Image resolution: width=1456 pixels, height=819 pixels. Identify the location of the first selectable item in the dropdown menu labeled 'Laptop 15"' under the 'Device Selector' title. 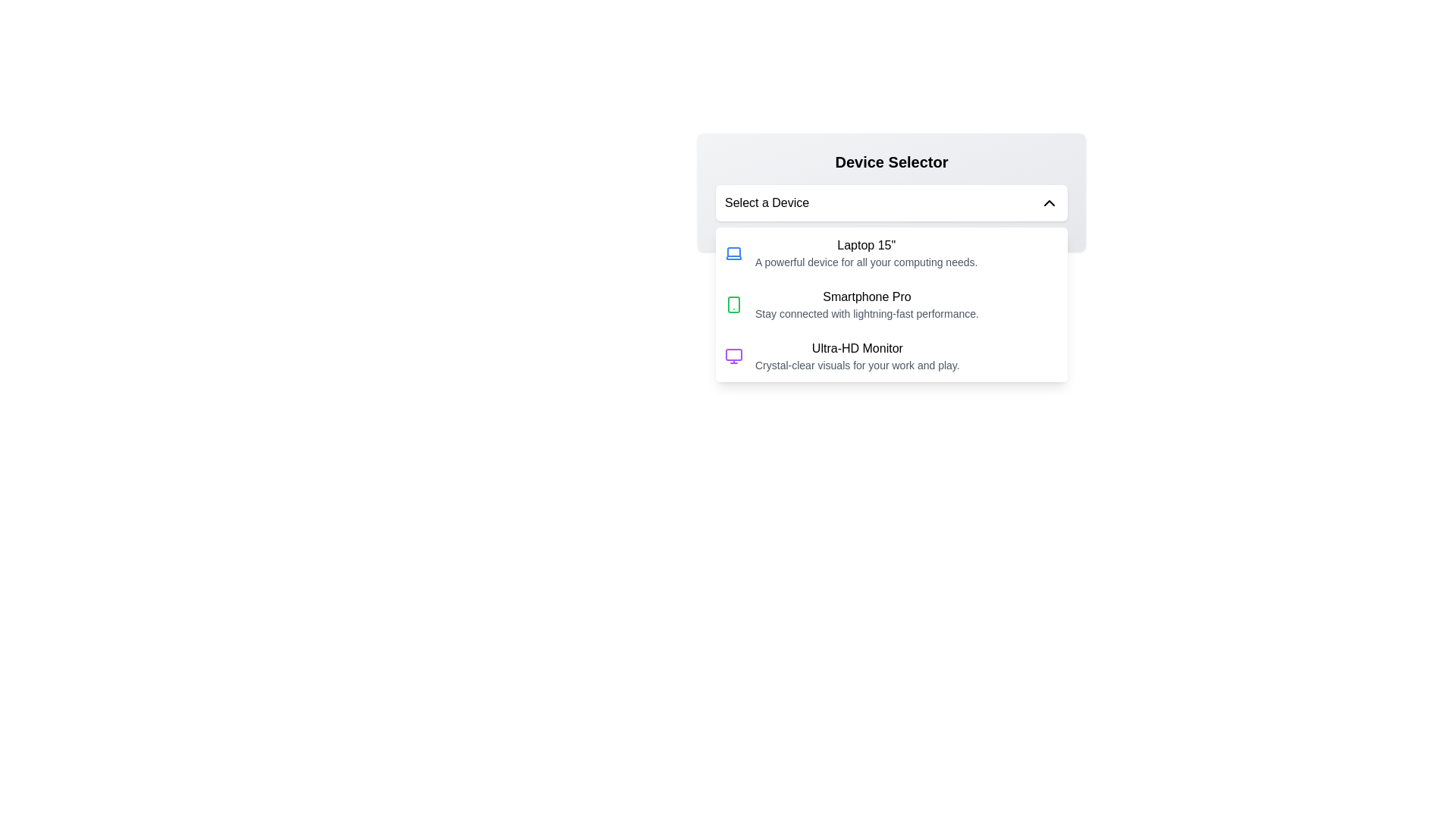
(866, 253).